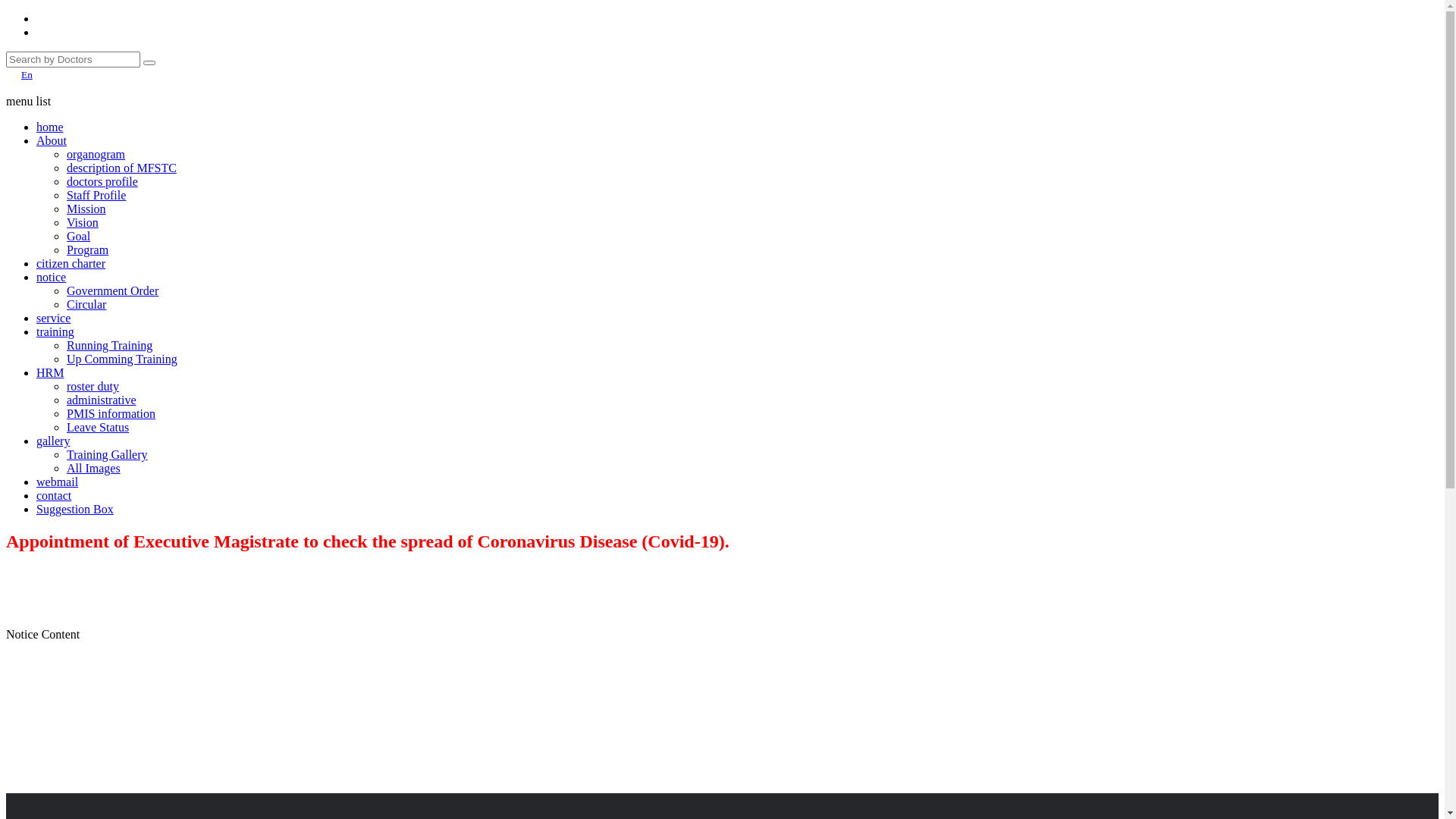 This screenshot has width=1456, height=819. I want to click on 'notice', so click(51, 277).